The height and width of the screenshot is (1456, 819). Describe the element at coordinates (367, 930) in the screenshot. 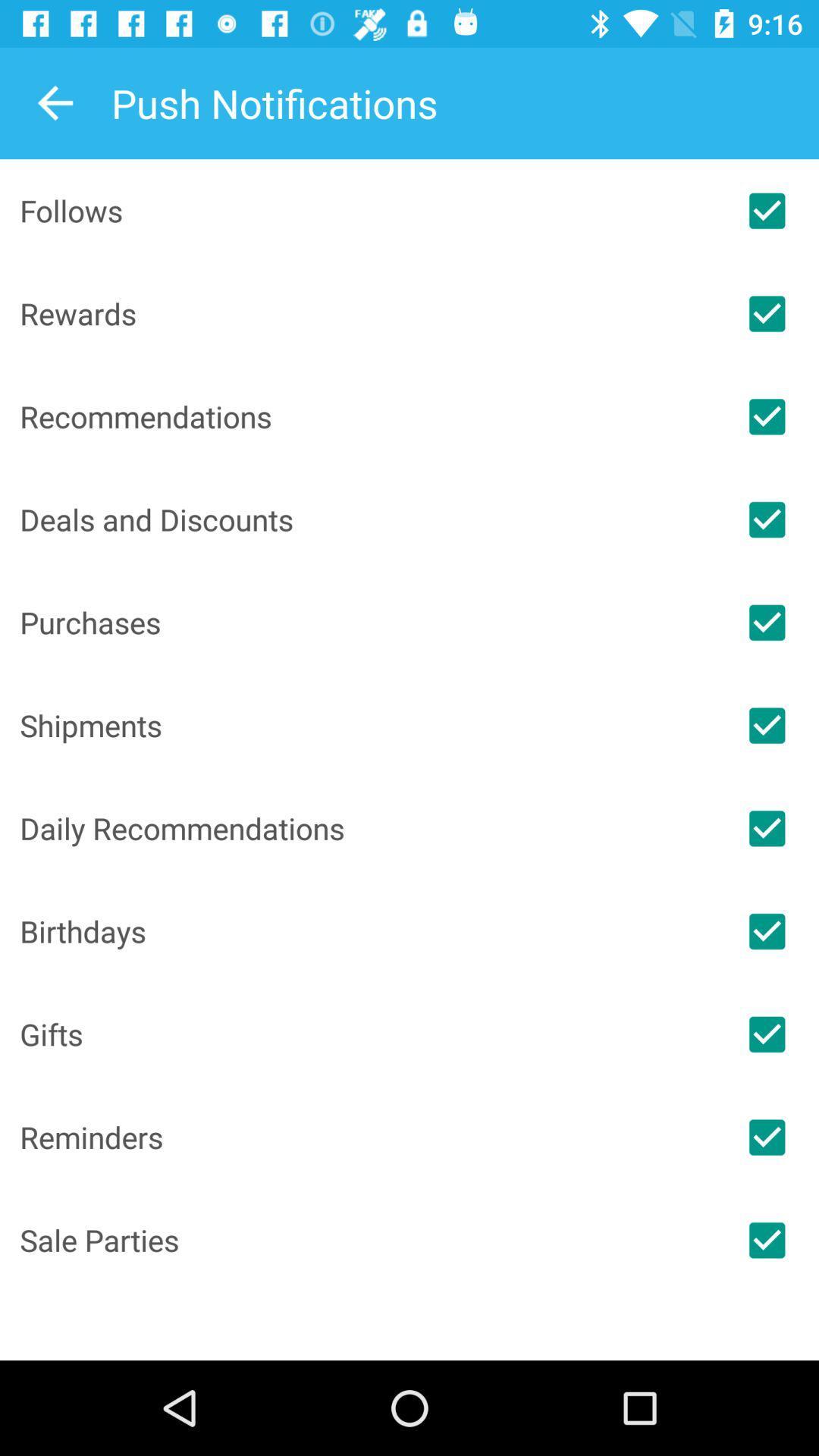

I see `the item above the gifts icon` at that location.